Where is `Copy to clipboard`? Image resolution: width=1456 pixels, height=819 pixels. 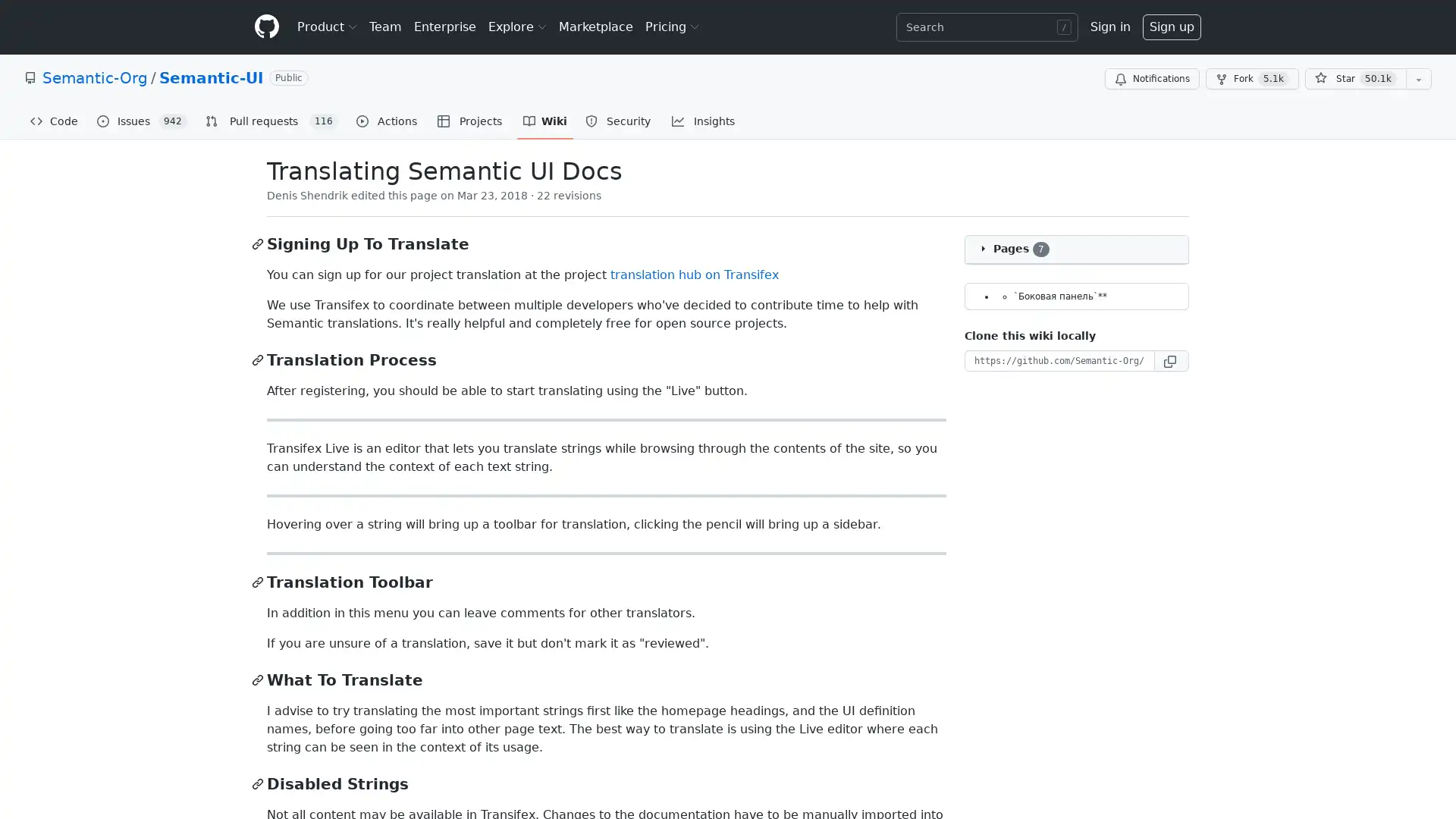 Copy to clipboard is located at coordinates (1171, 360).